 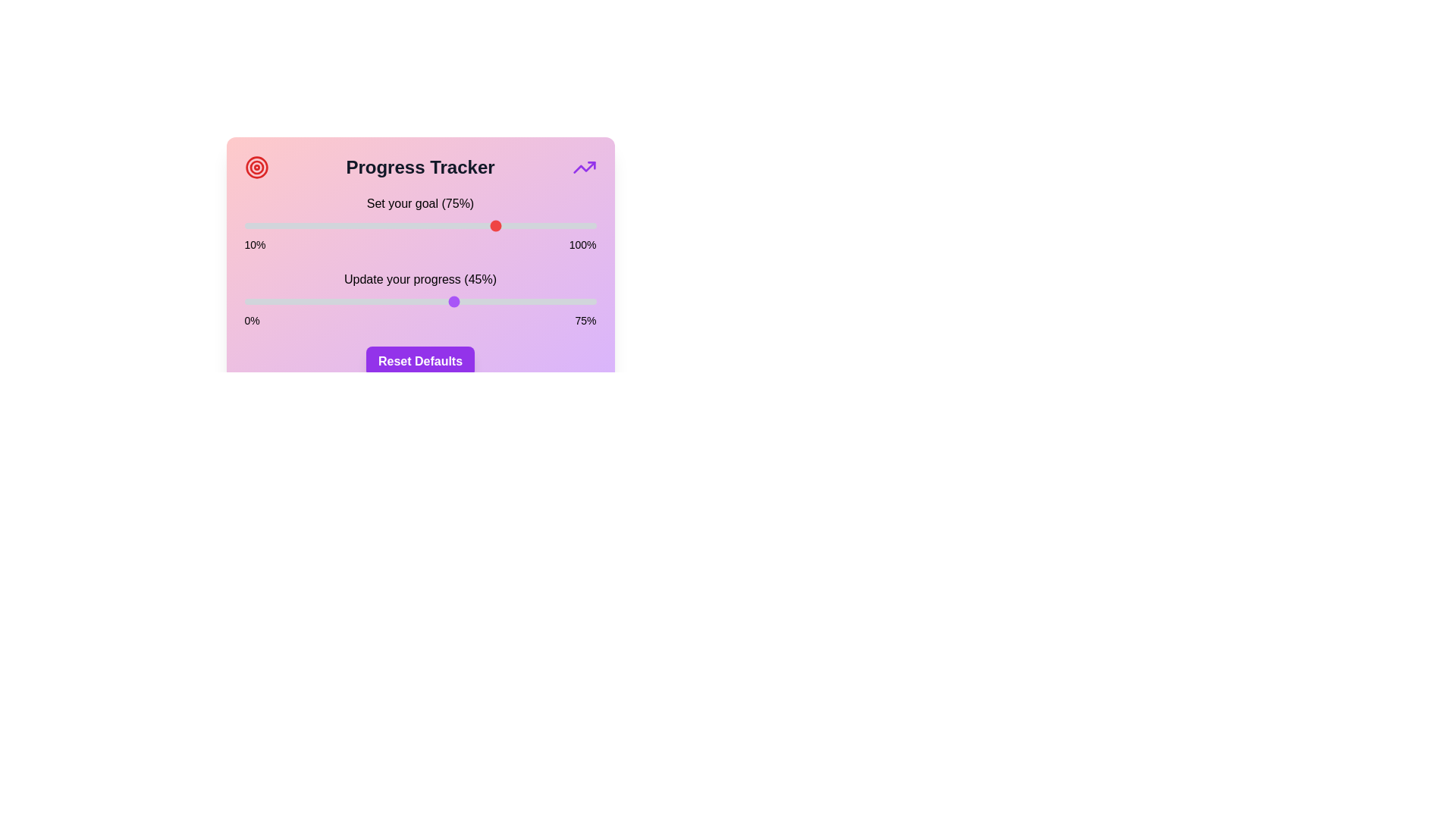 What do you see at coordinates (572, 301) in the screenshot?
I see `the 'Update your progress' slider to set the progress to 70%` at bounding box center [572, 301].